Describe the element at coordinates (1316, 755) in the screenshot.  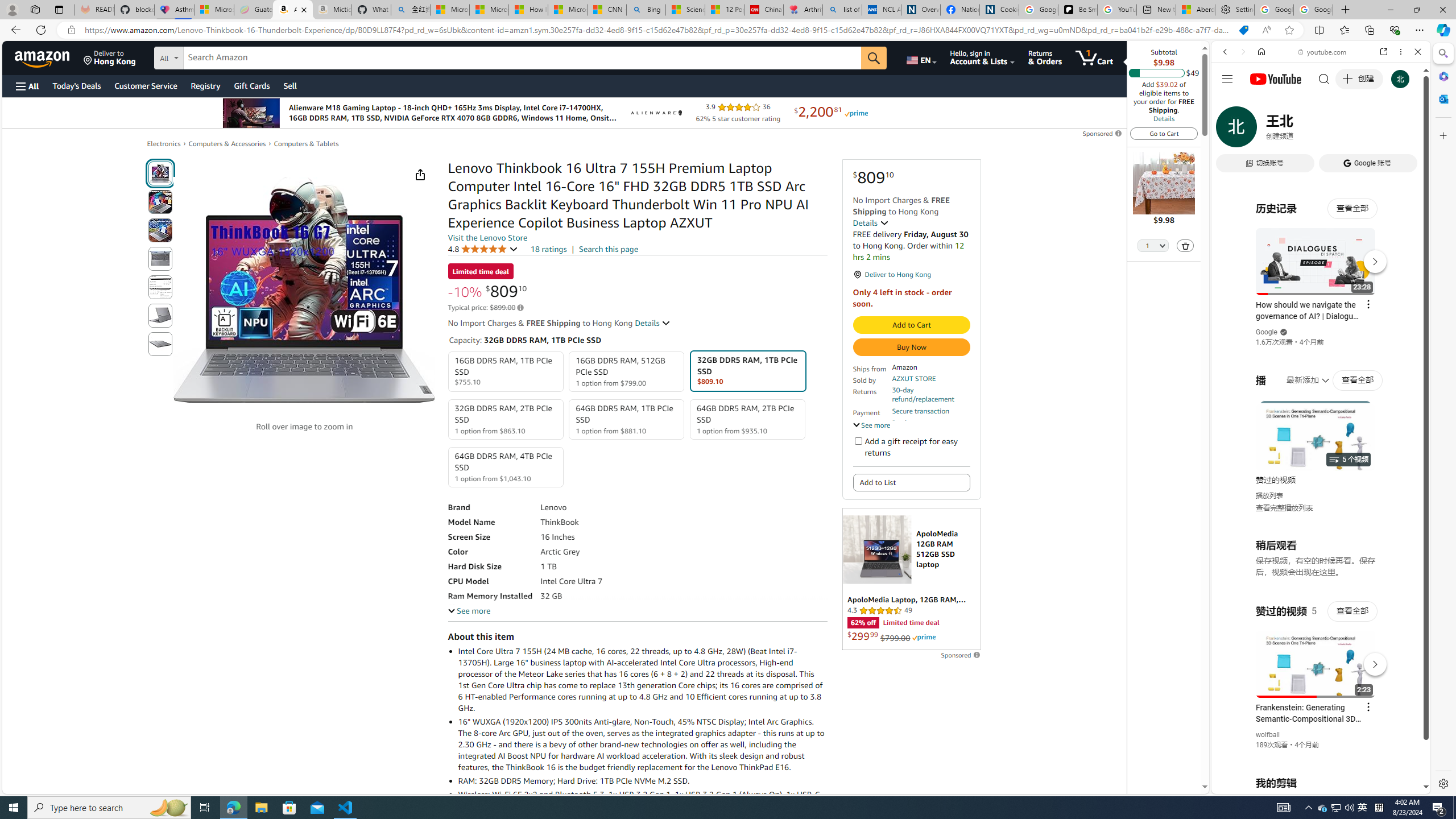
I see `'you'` at that location.